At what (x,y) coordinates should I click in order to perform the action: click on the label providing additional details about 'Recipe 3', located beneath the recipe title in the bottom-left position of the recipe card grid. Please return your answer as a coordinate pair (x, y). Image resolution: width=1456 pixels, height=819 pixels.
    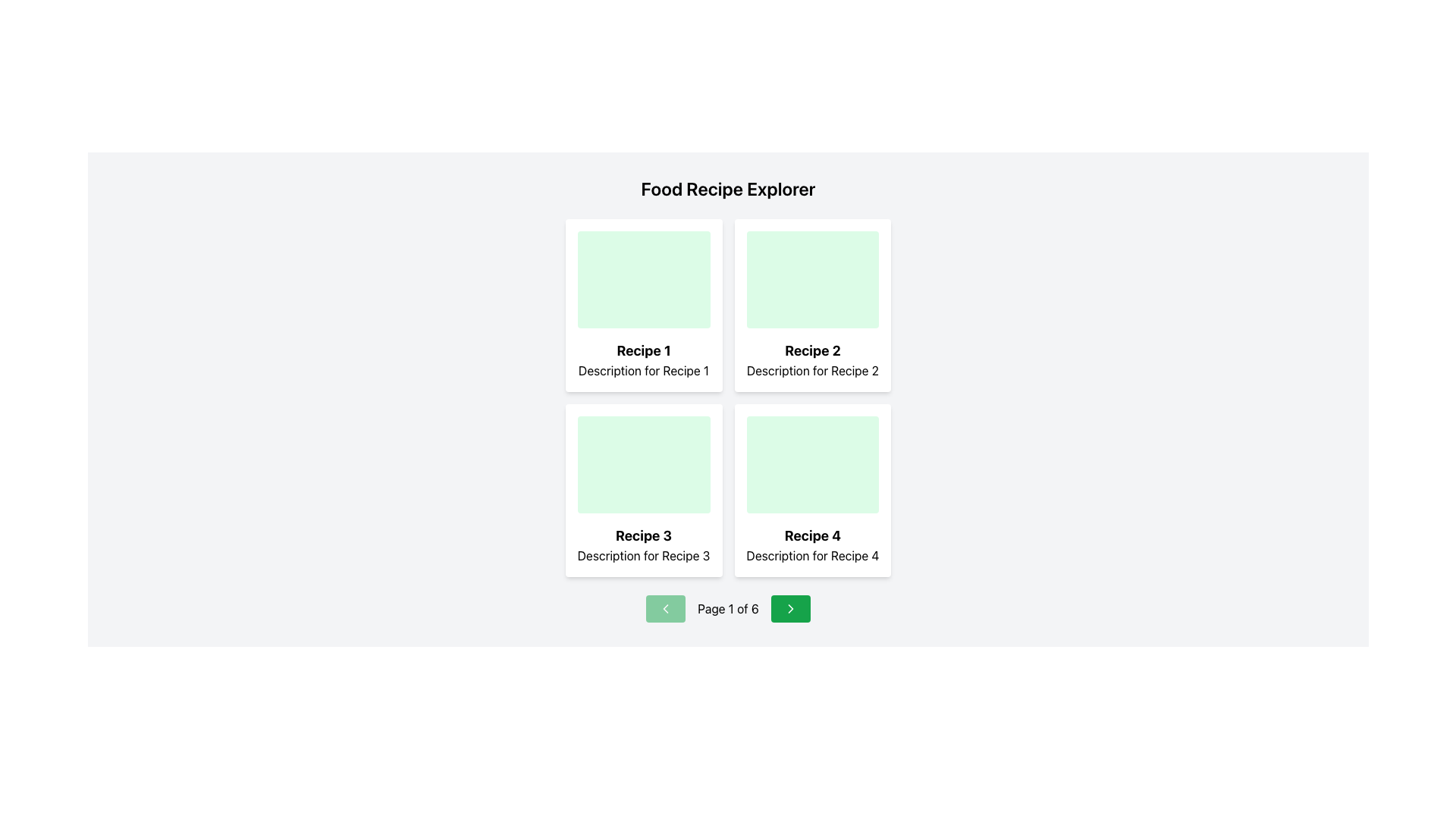
    Looking at the image, I should click on (644, 555).